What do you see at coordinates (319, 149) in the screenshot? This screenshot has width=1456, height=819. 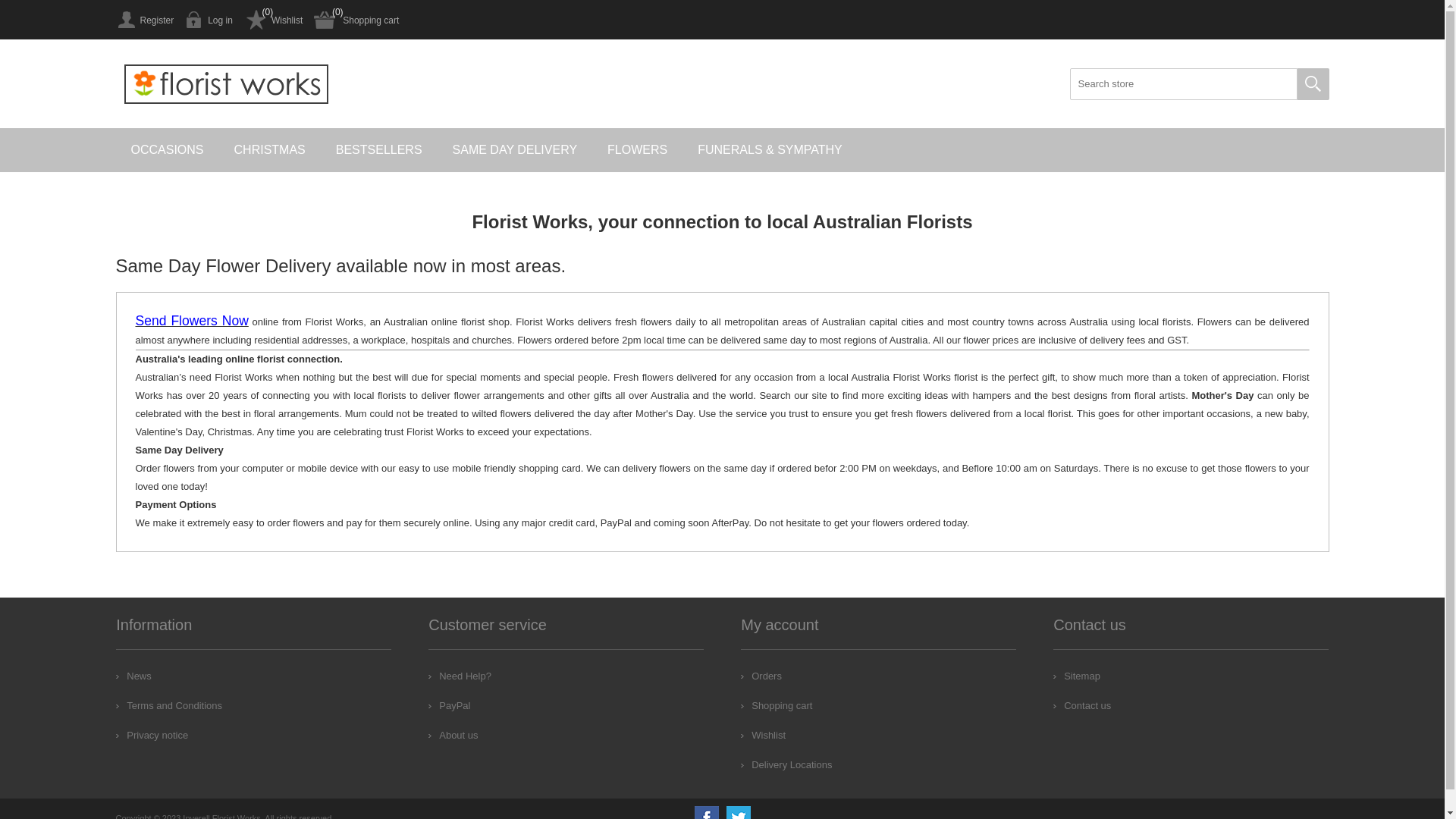 I see `'BESTSELLERS'` at bounding box center [319, 149].